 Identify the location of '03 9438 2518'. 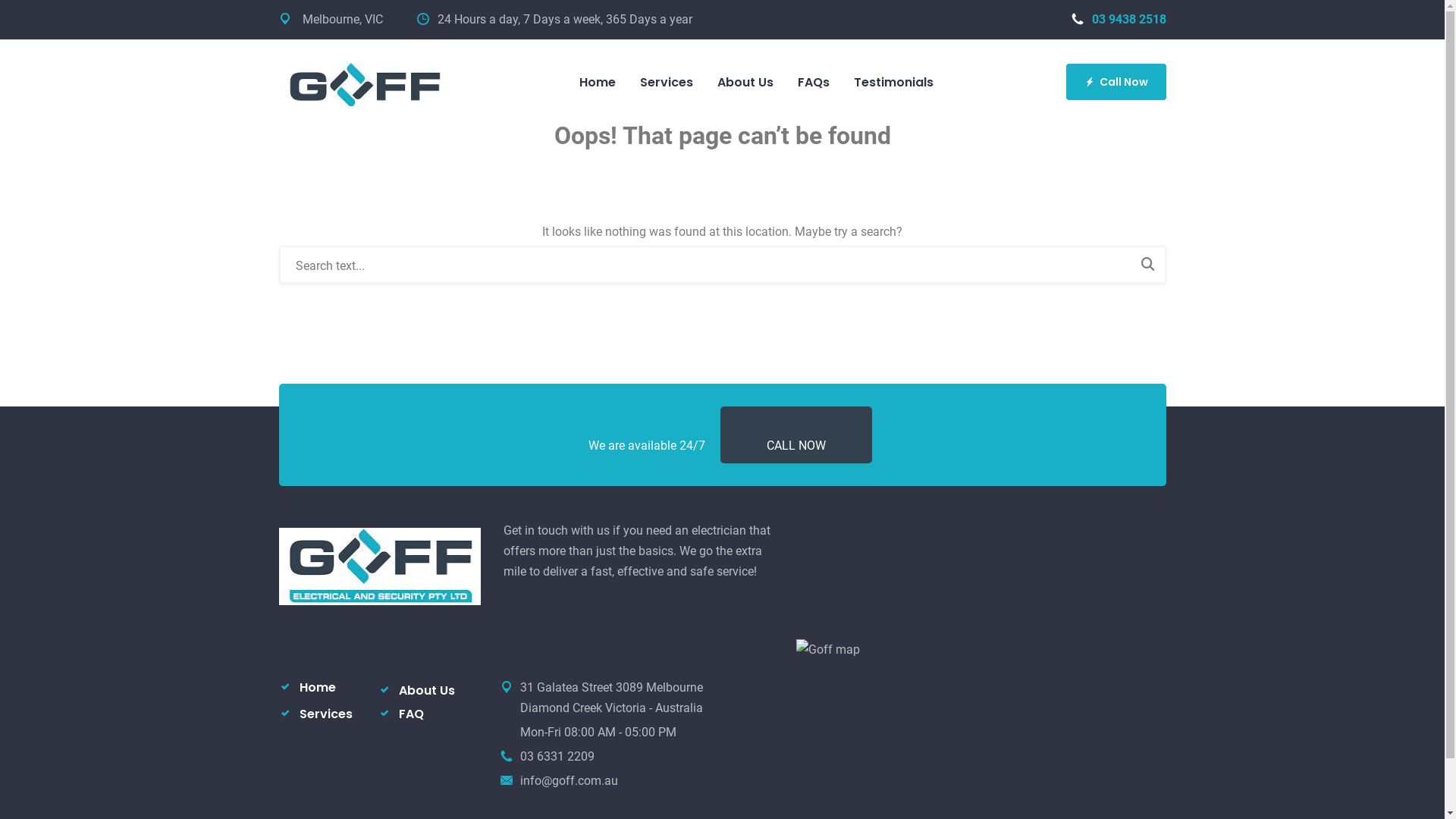
(1118, 19).